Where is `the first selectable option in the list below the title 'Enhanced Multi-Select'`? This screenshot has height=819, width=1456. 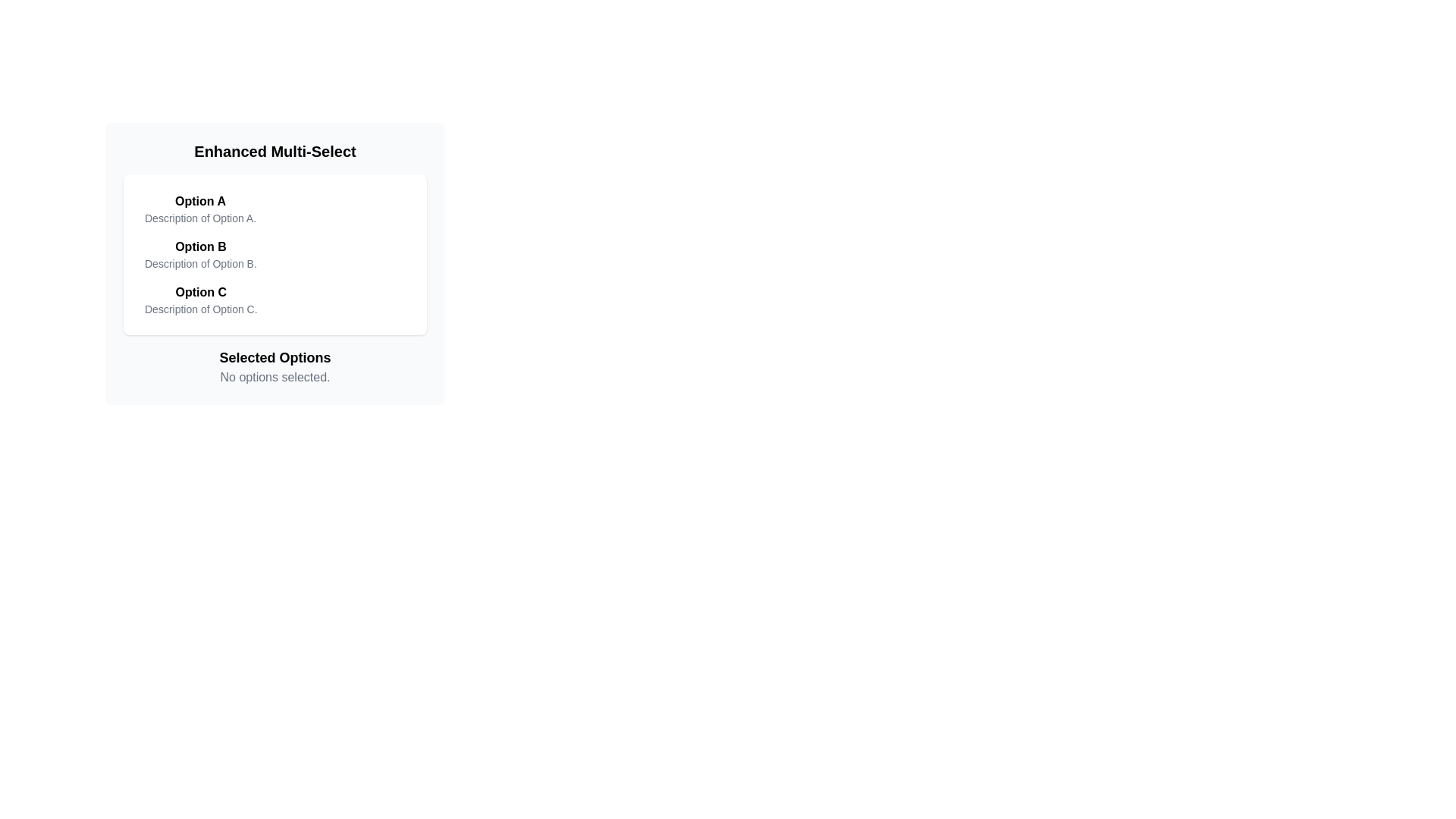 the first selectable option in the list below the title 'Enhanced Multi-Select' is located at coordinates (199, 209).